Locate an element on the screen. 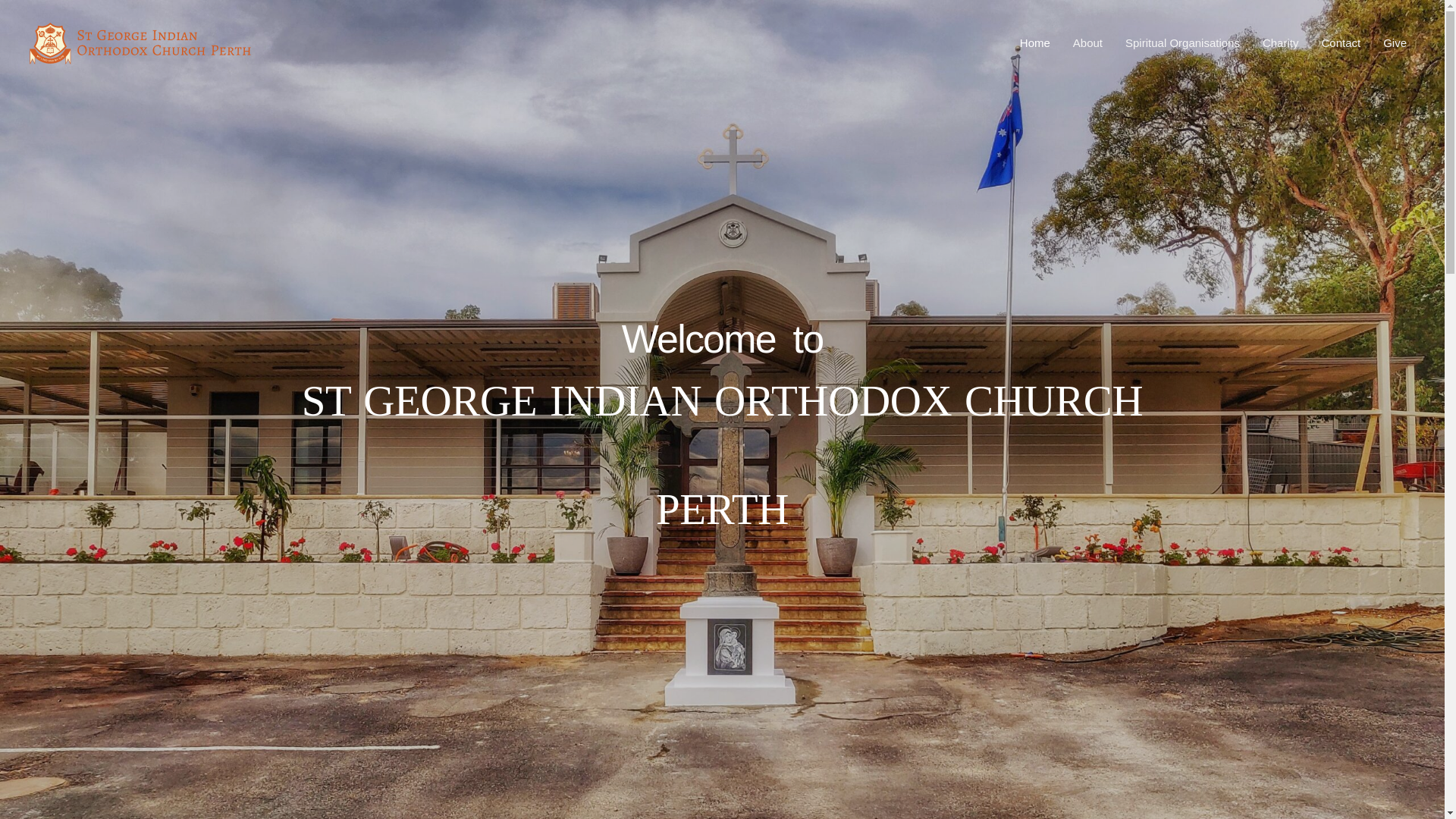 Image resolution: width=1456 pixels, height=819 pixels. 'Home' is located at coordinates (1034, 42).